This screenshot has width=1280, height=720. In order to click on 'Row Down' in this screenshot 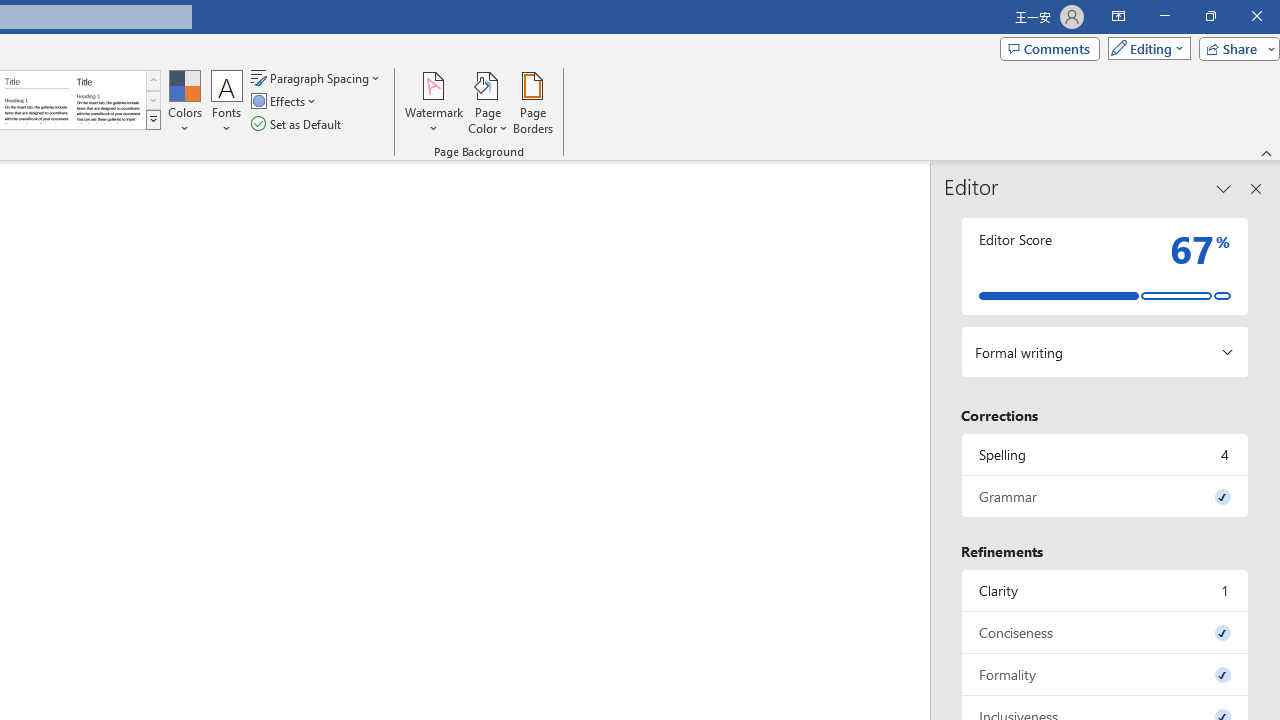, I will do `click(152, 100)`.